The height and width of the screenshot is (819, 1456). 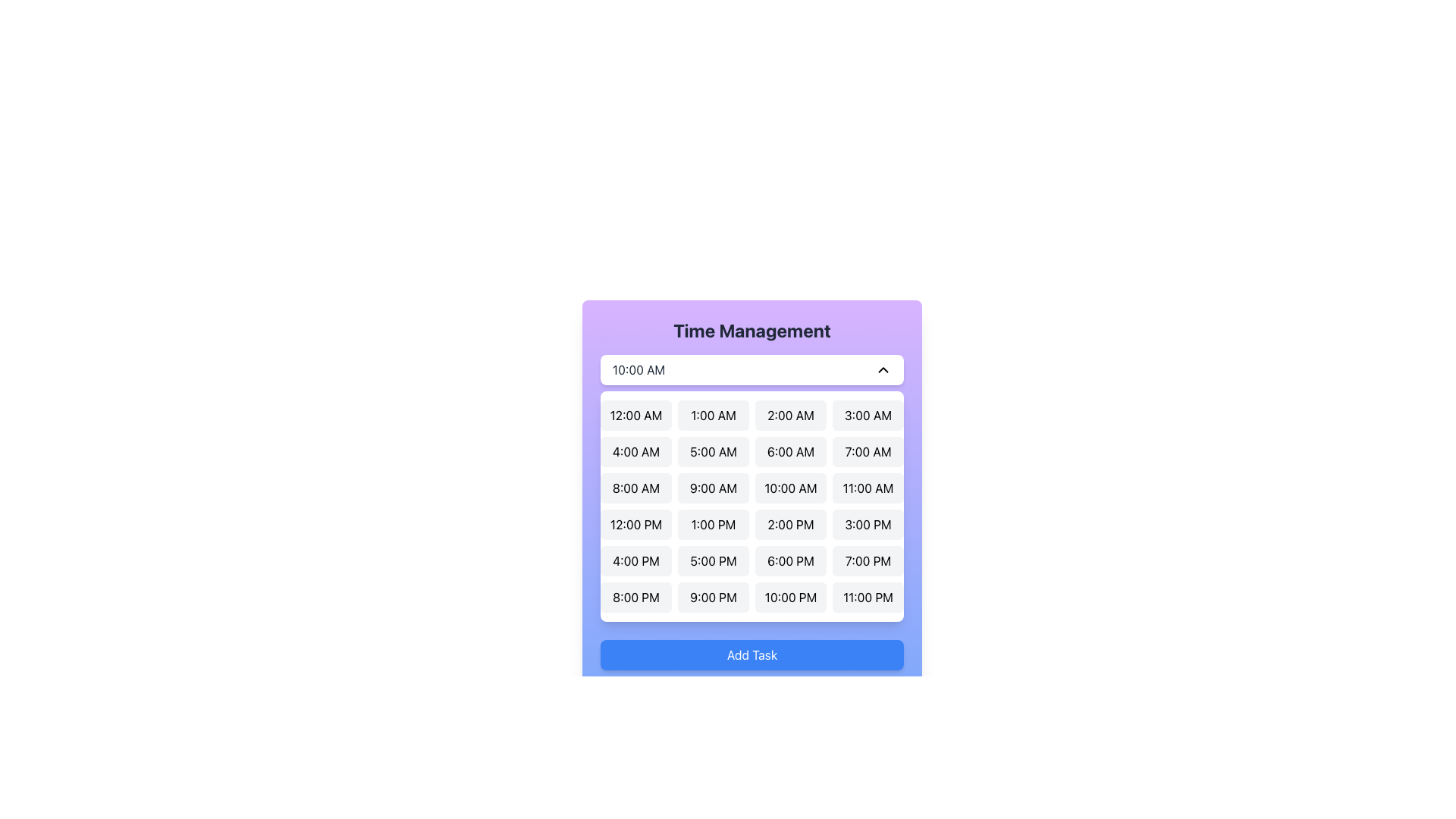 I want to click on the '9:00 PM' time slot button located in the fourth row and second column of the time slots grid within the purple card labeled 'Time Management', so click(x=712, y=596).